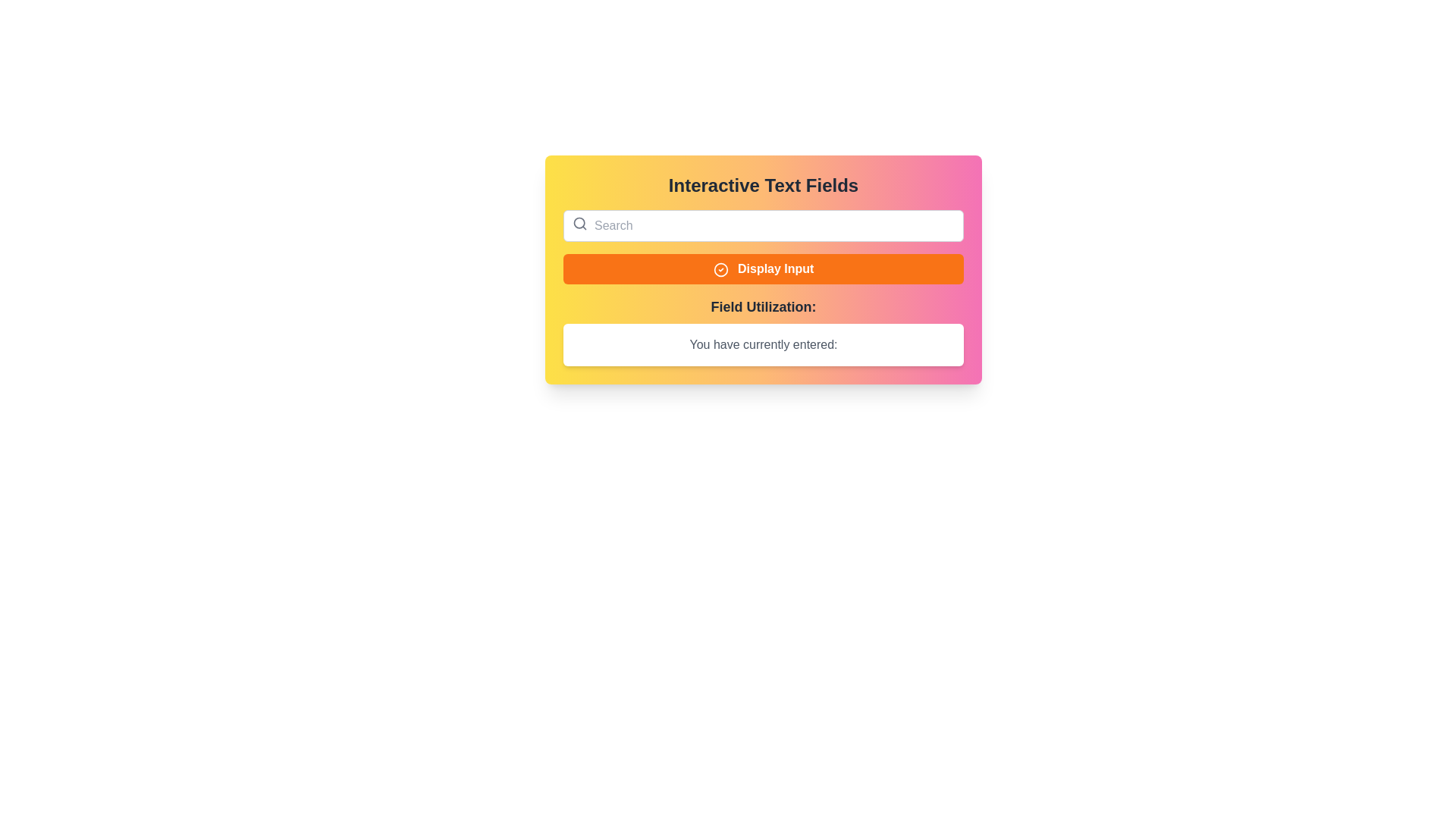 The width and height of the screenshot is (1456, 819). Describe the element at coordinates (764, 268) in the screenshot. I see `the button located below the search input box and above the label reading 'Field Utilization:', which allows users` at that location.